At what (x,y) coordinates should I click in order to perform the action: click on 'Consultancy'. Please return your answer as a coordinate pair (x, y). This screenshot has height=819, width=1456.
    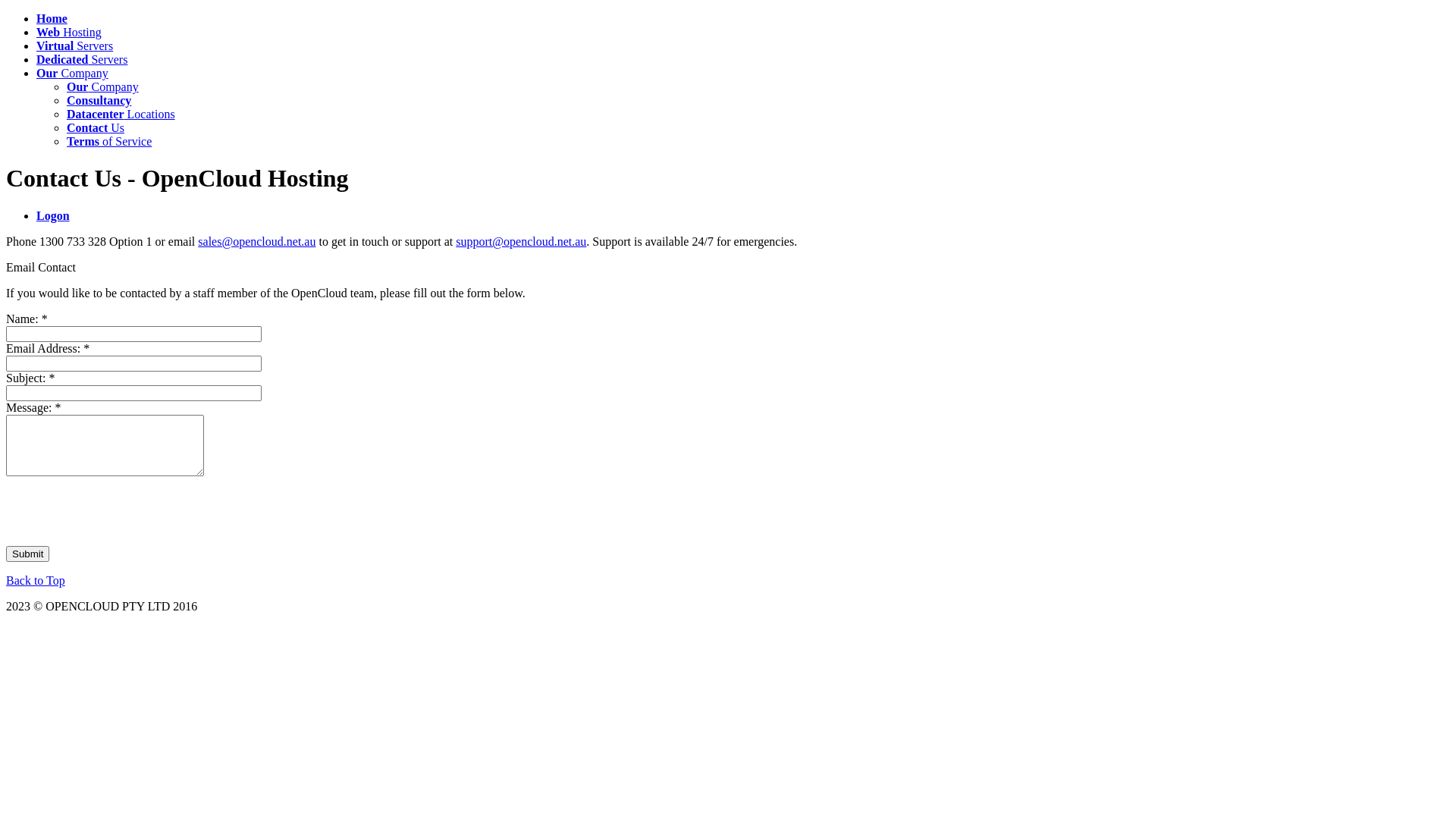
    Looking at the image, I should click on (98, 100).